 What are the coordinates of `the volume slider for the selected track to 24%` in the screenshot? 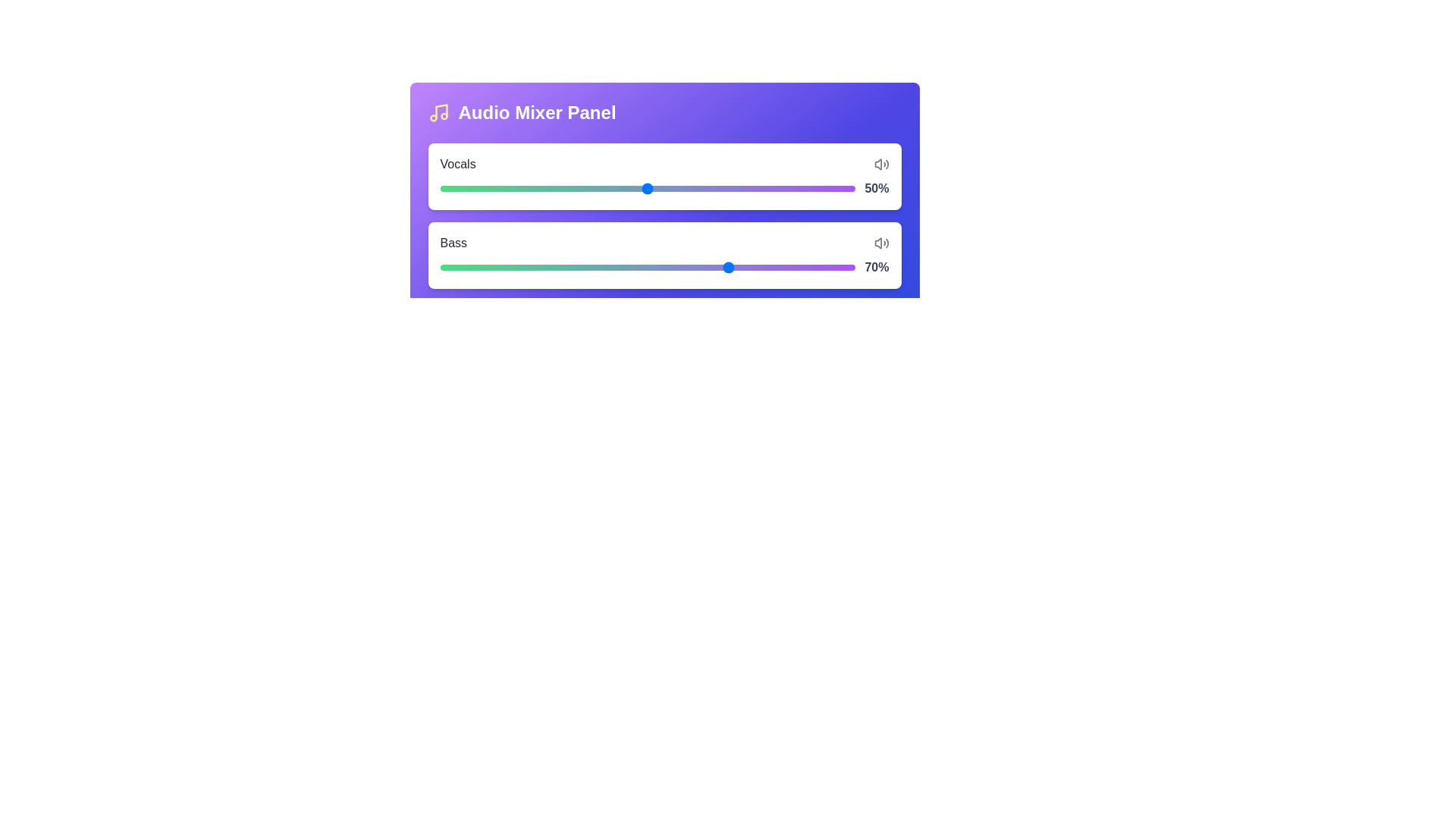 It's located at (539, 185).